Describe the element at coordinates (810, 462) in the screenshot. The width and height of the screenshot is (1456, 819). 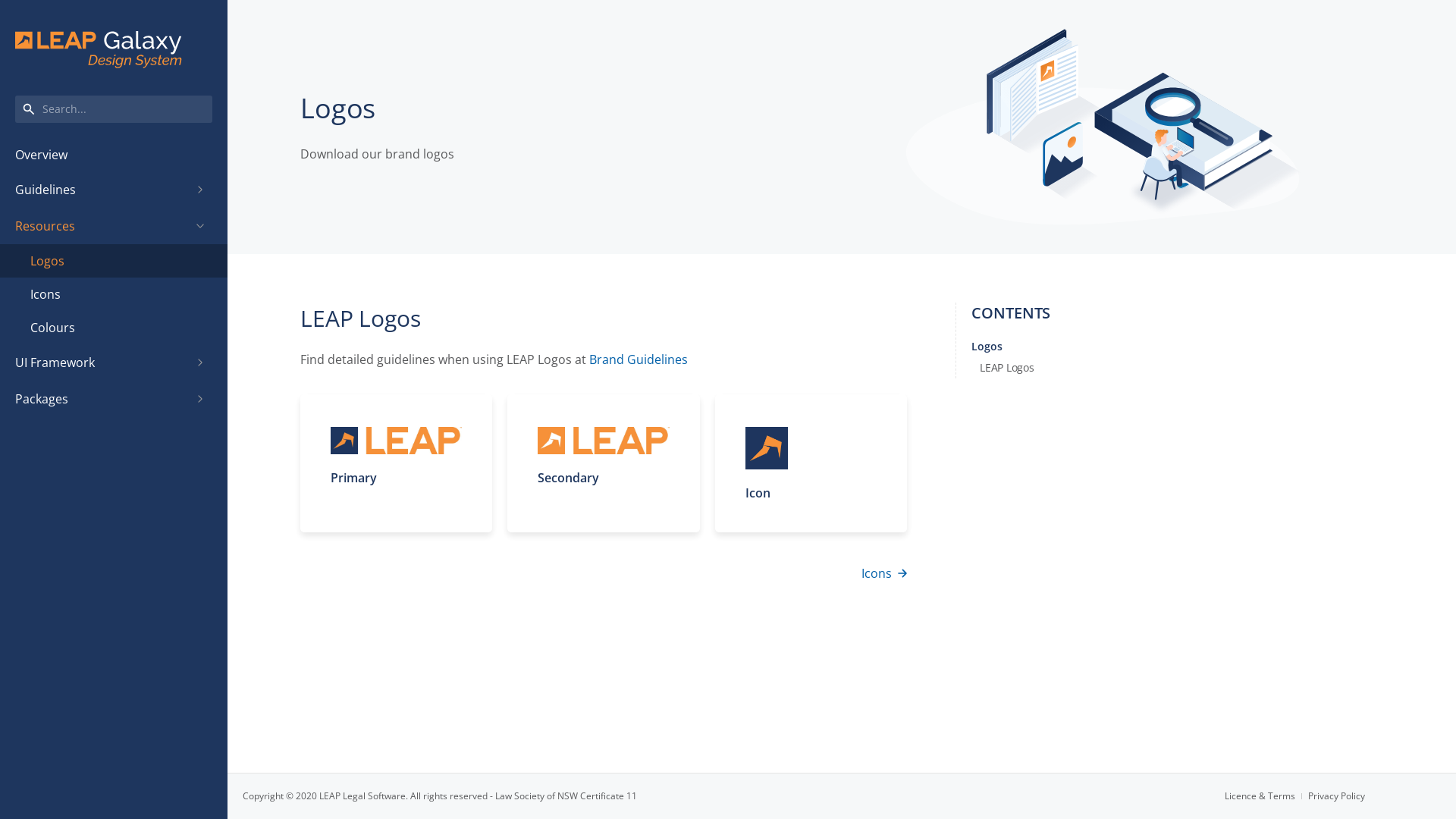
I see `'Icon'` at that location.